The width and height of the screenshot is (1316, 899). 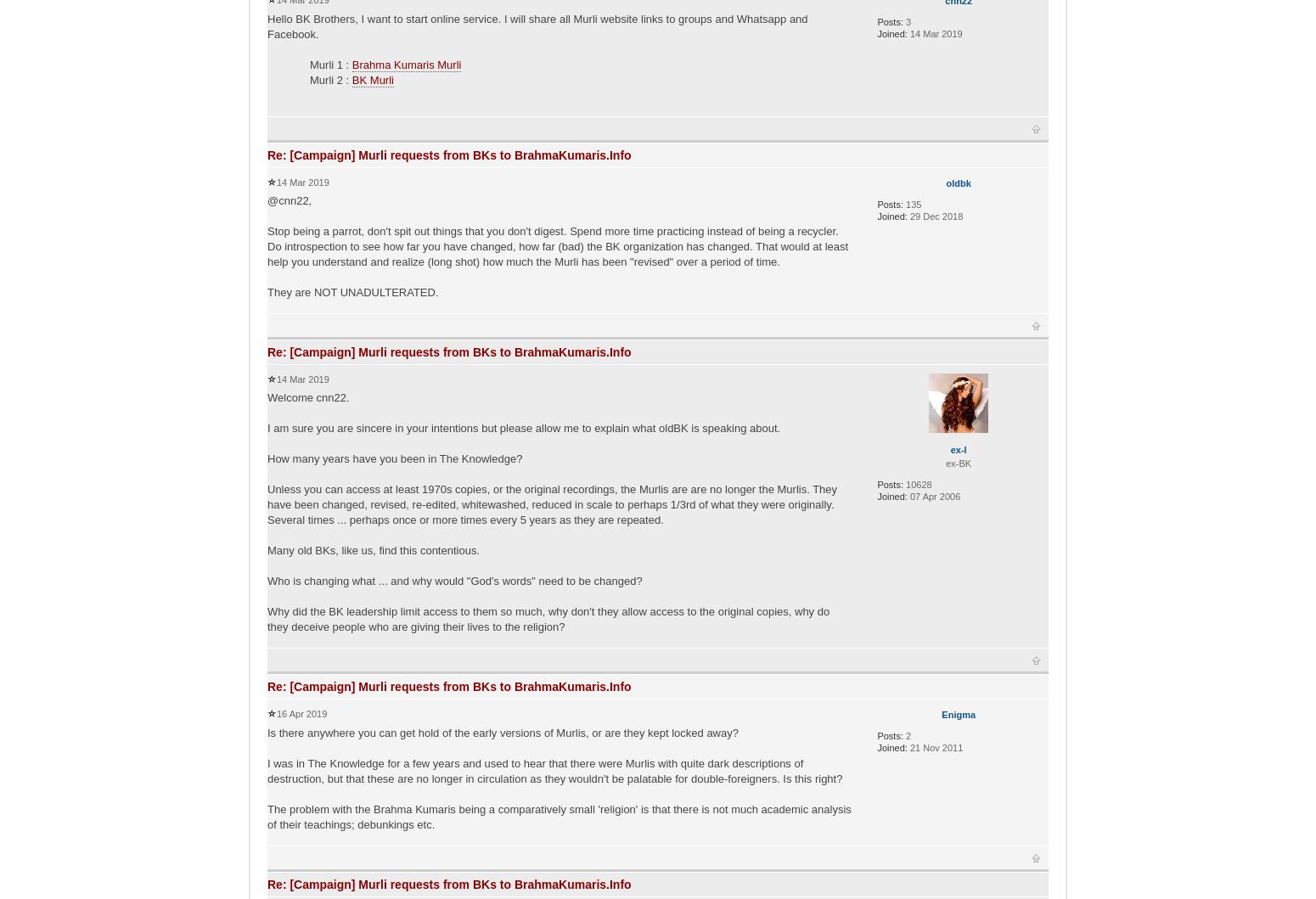 I want to click on '29 Dec 2018', so click(x=933, y=215).